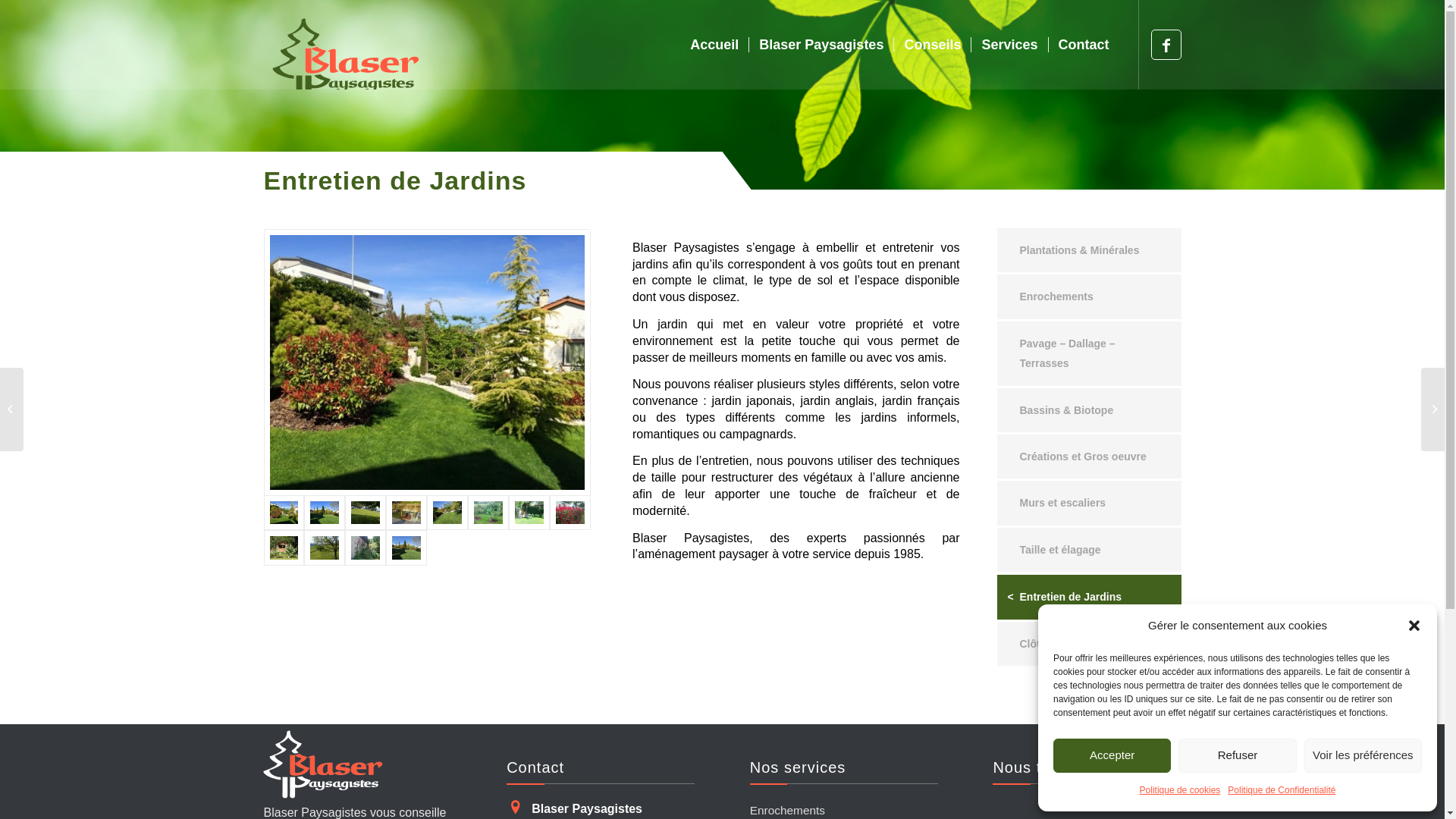 This screenshot has width=1456, height=819. I want to click on 'Conseils', so click(930, 43).